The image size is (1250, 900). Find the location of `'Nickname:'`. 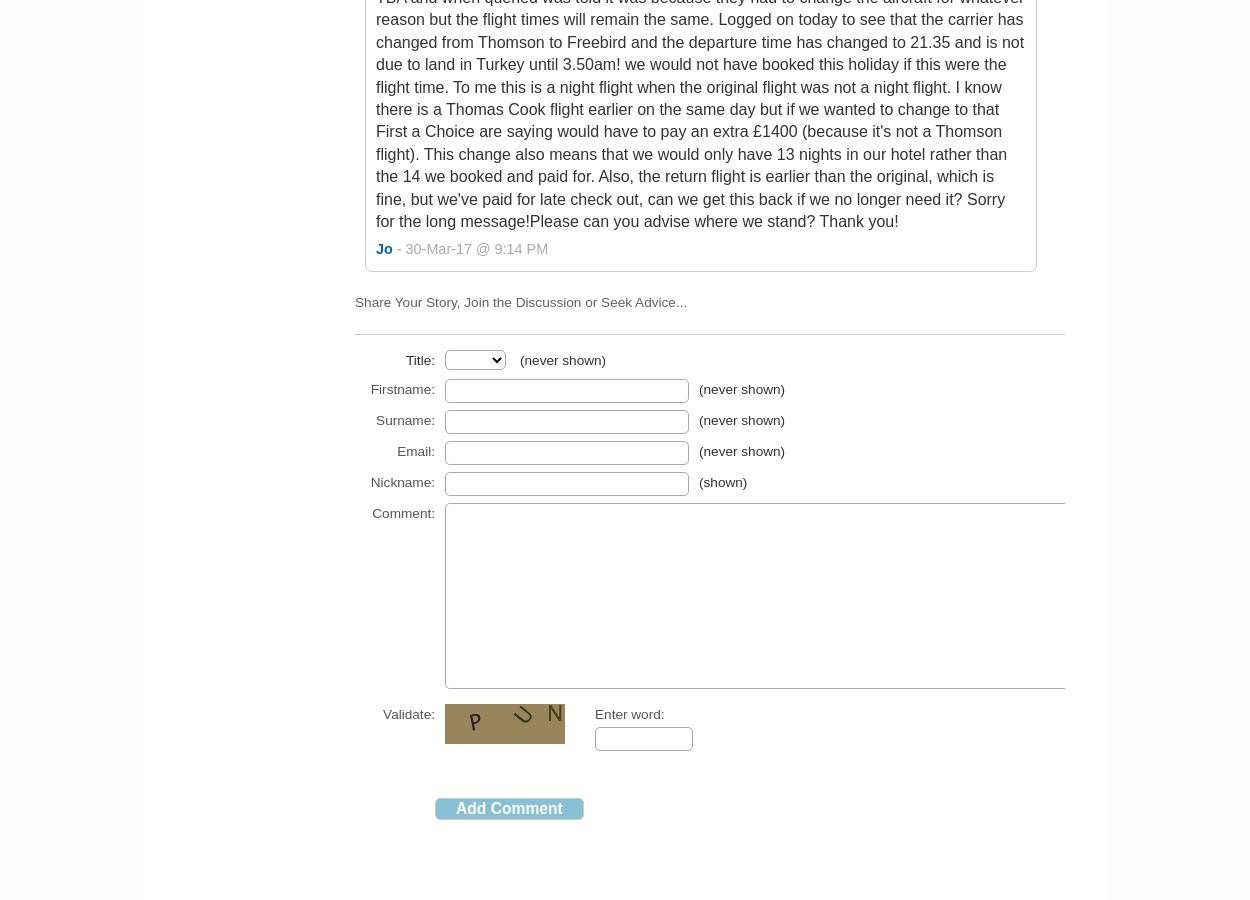

'Nickname:' is located at coordinates (369, 481).